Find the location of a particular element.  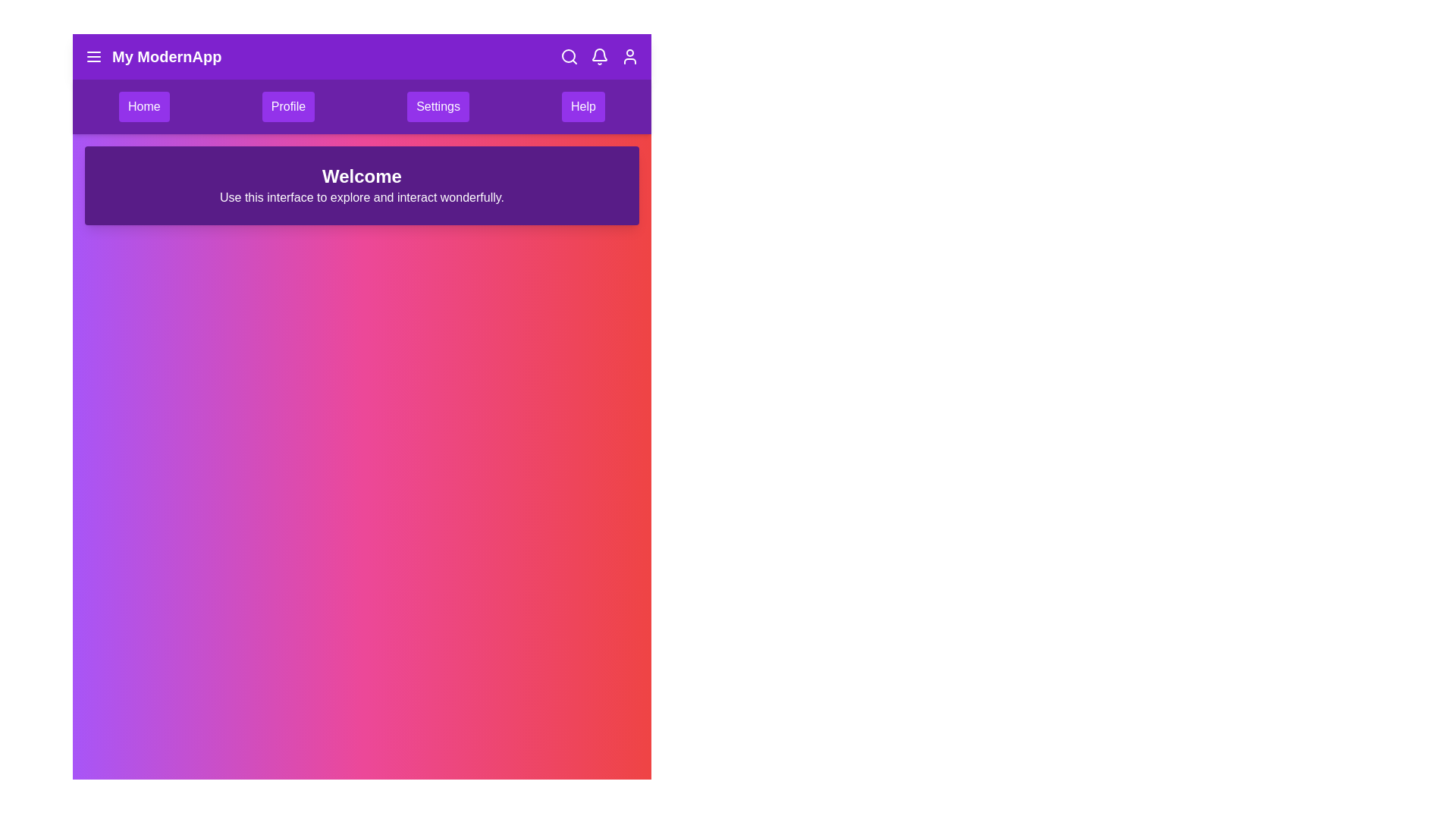

the menu item Profile to see its hover effect is located at coordinates (287, 106).